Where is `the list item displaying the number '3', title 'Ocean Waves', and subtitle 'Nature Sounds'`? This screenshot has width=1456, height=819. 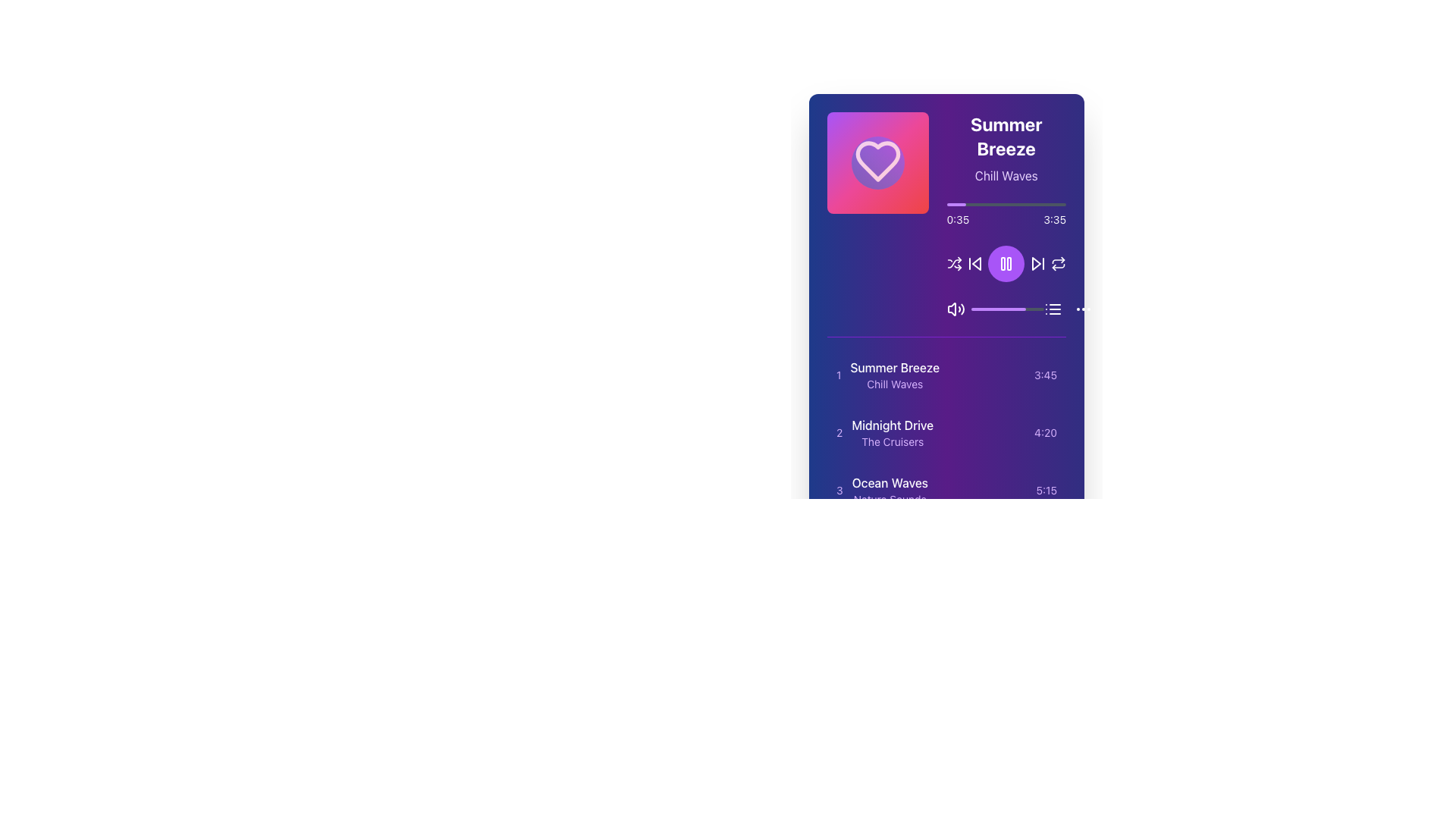
the list item displaying the number '3', title 'Ocean Waves', and subtitle 'Nature Sounds' is located at coordinates (882, 491).